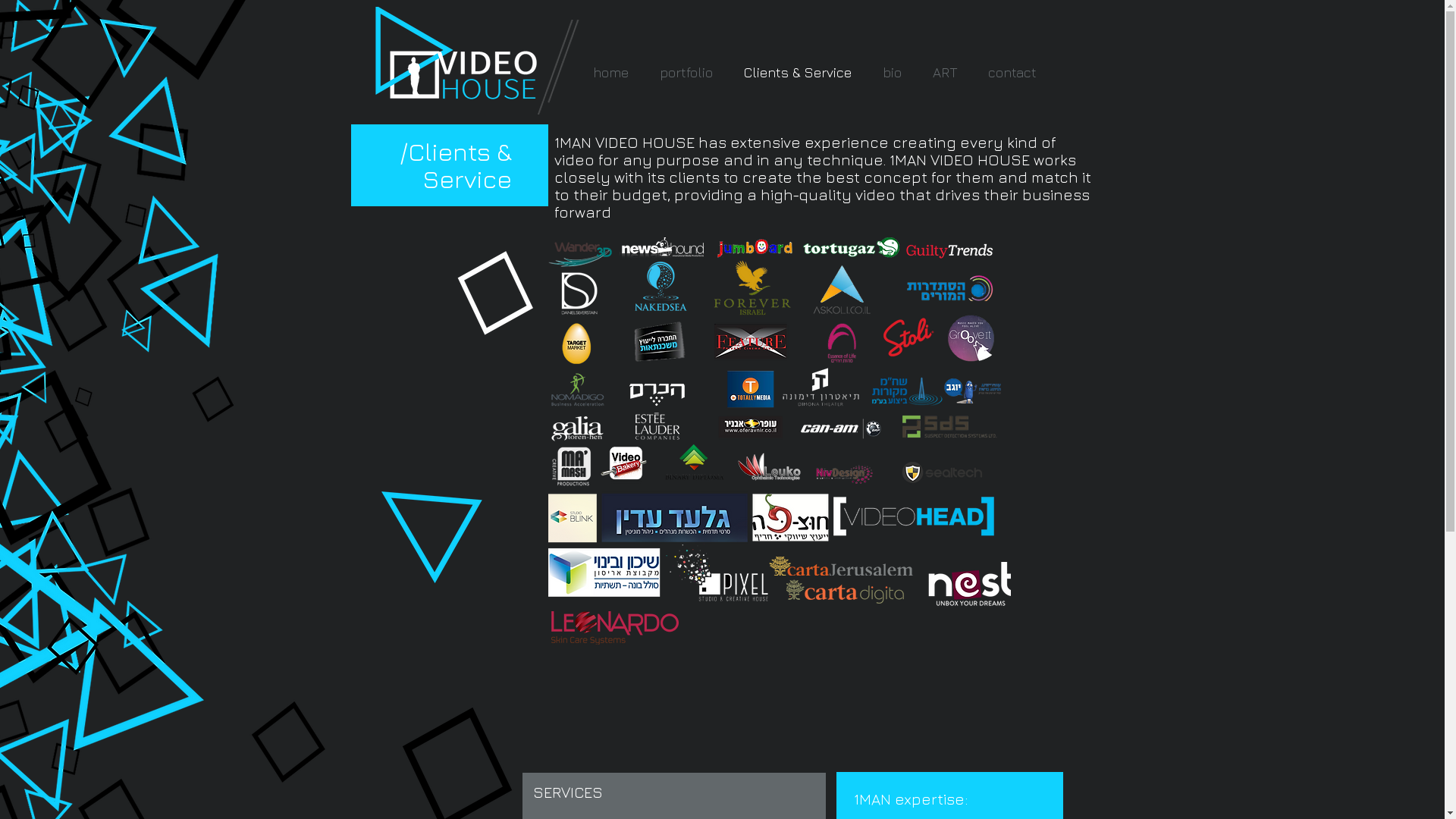 The image size is (1456, 819). I want to click on 'bio', so click(892, 72).